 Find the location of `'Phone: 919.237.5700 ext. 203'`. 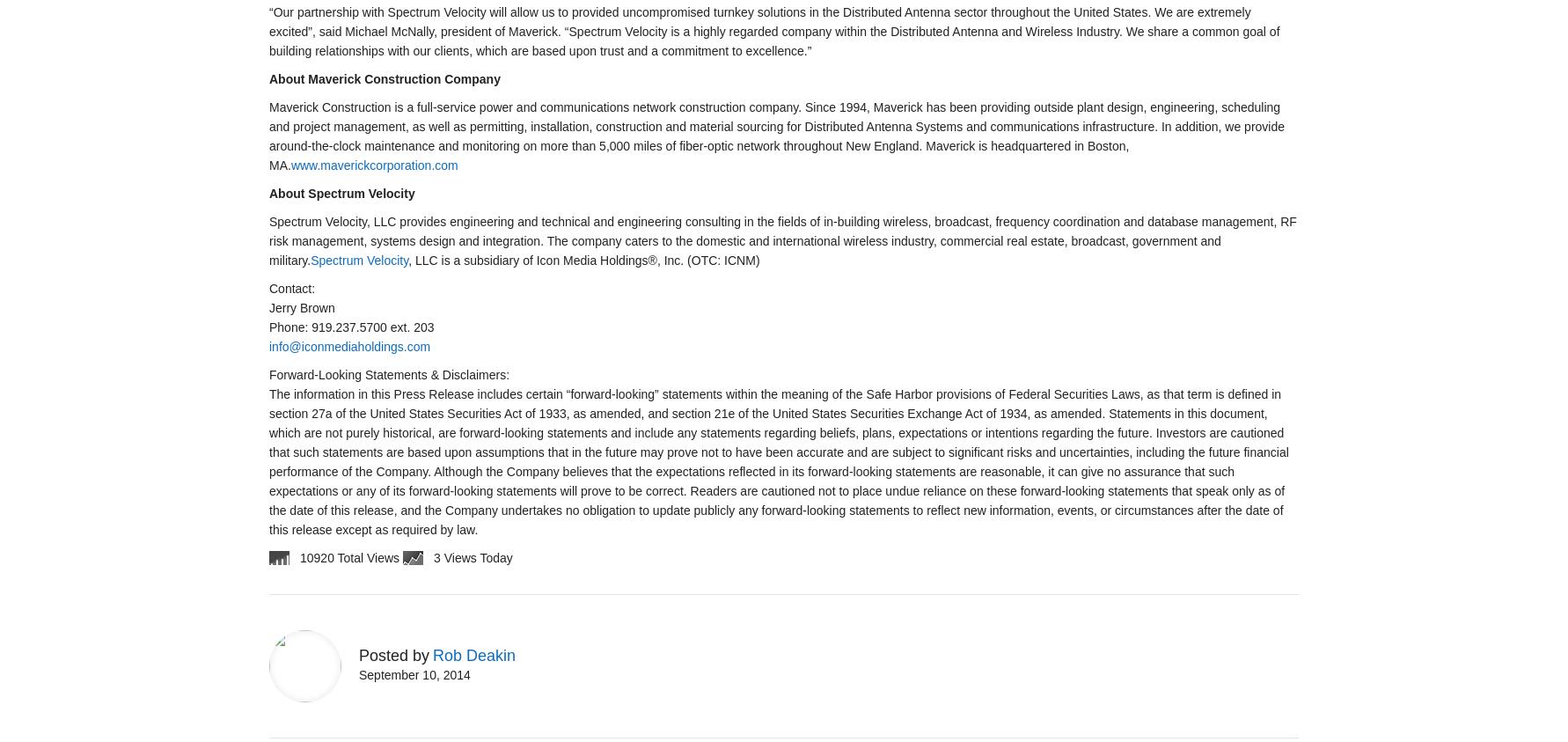

'Phone: 919.237.5700 ext. 203' is located at coordinates (351, 327).